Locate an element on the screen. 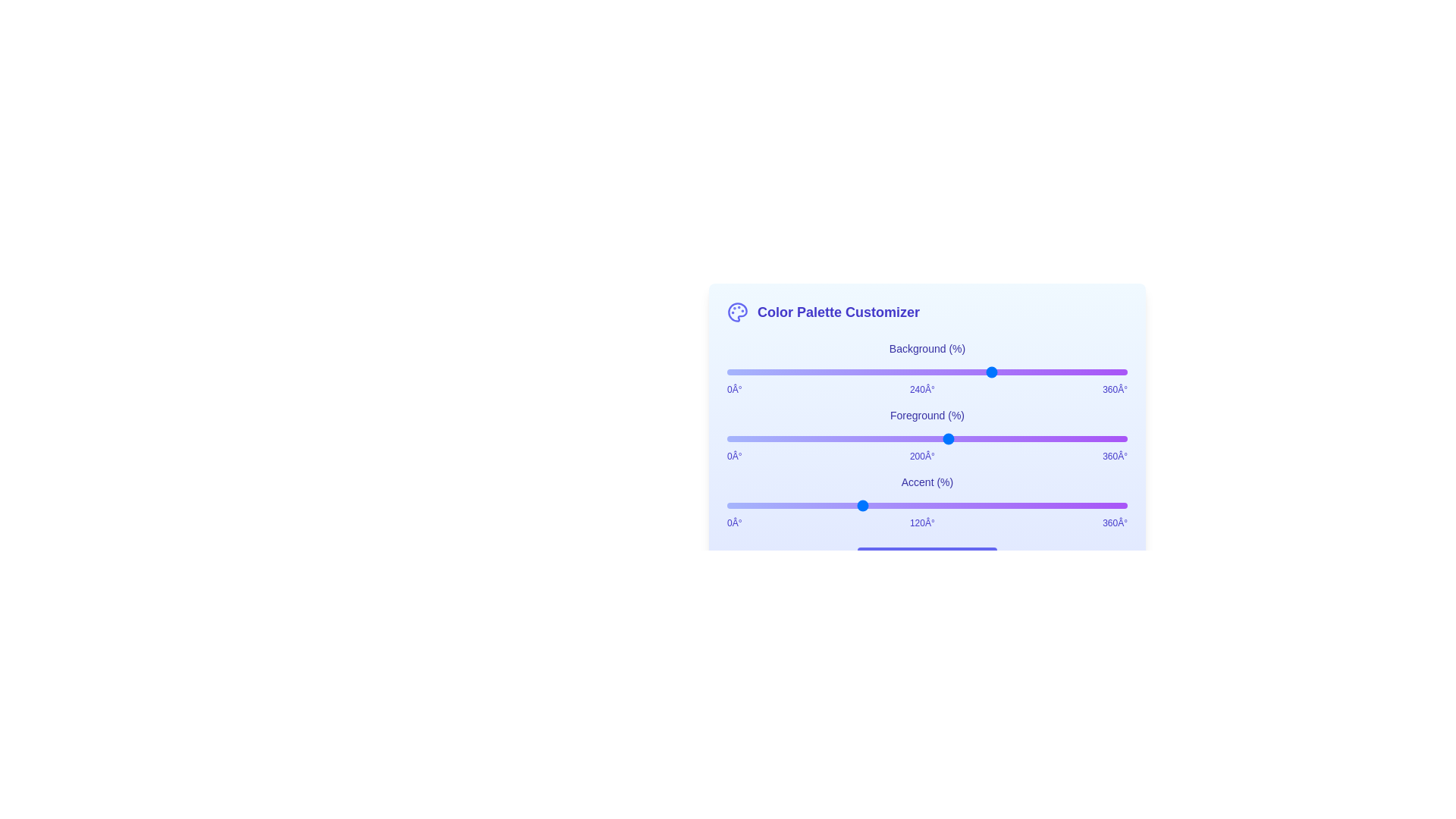  the text 'Accent (%)' to highlight it is located at coordinates (927, 482).